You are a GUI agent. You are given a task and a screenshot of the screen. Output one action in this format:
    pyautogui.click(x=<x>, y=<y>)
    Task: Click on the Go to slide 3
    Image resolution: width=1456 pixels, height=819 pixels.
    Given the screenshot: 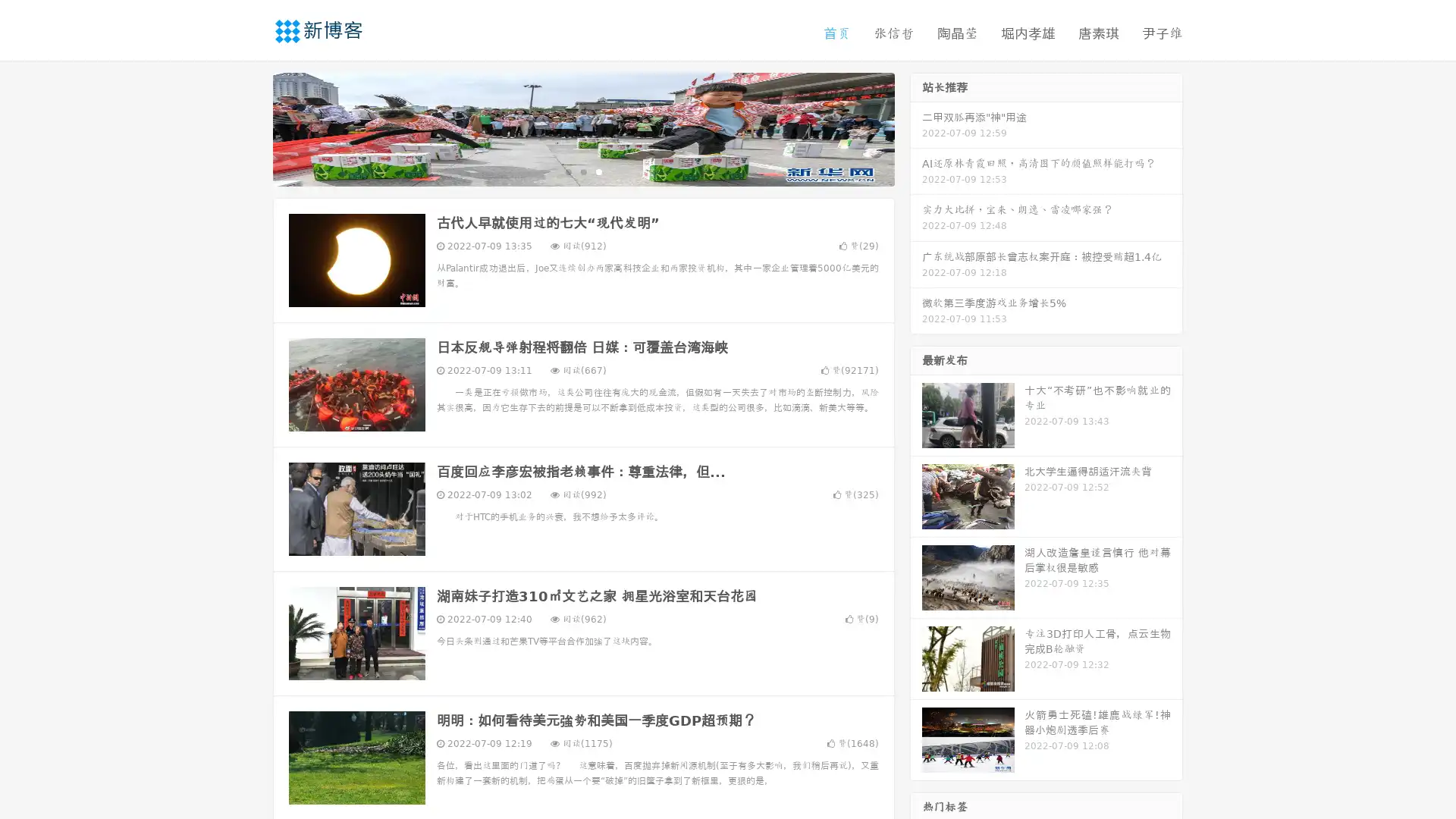 What is the action you would take?
    pyautogui.click(x=598, y=171)
    